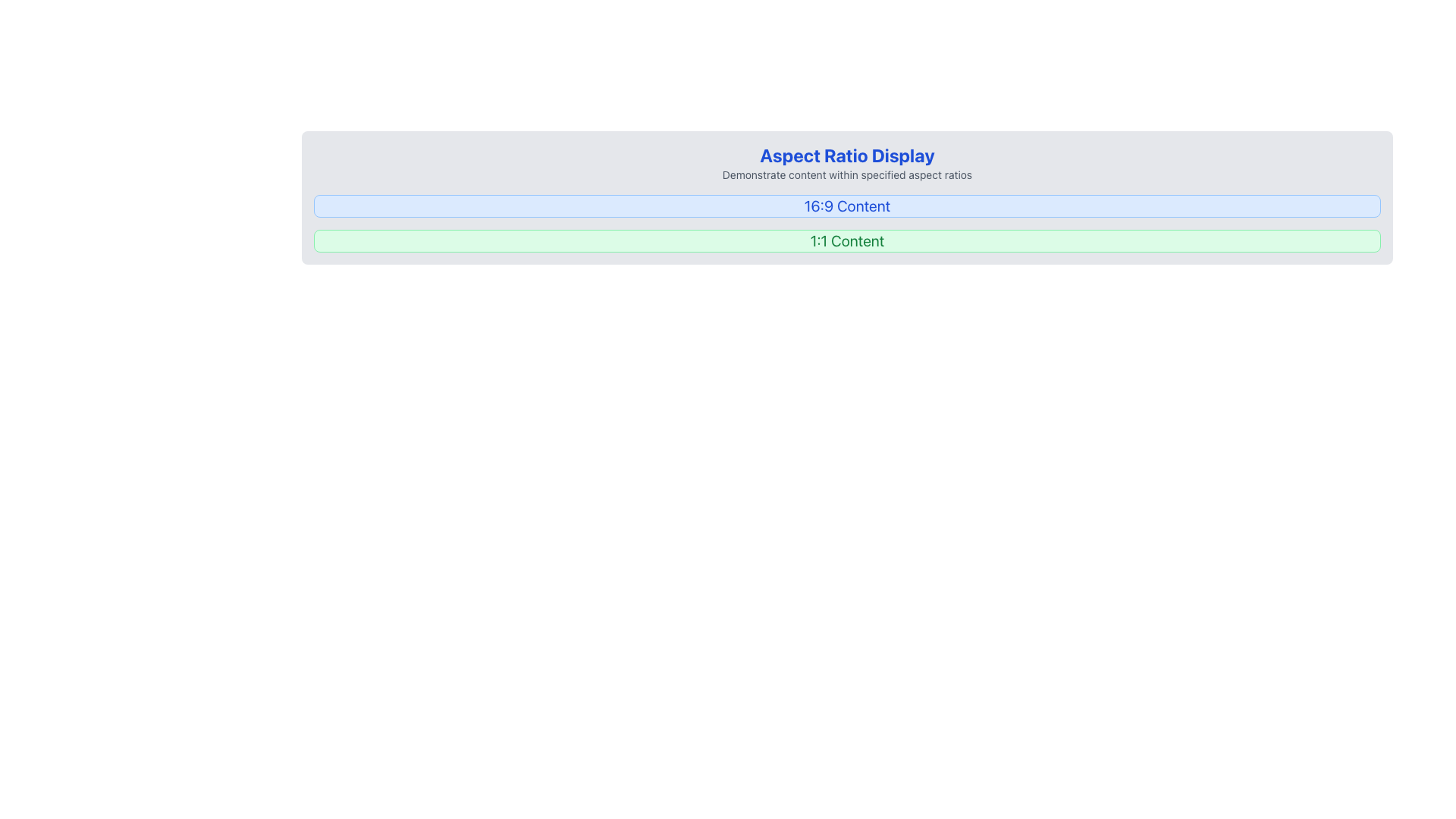 This screenshot has width=1456, height=819. What do you see at coordinates (846, 206) in the screenshot?
I see `the static text label reading '16:9 Content', which is styled with a larger font size and a blue color, located within the first row of the 'Aspect Ratio Display' section` at bounding box center [846, 206].